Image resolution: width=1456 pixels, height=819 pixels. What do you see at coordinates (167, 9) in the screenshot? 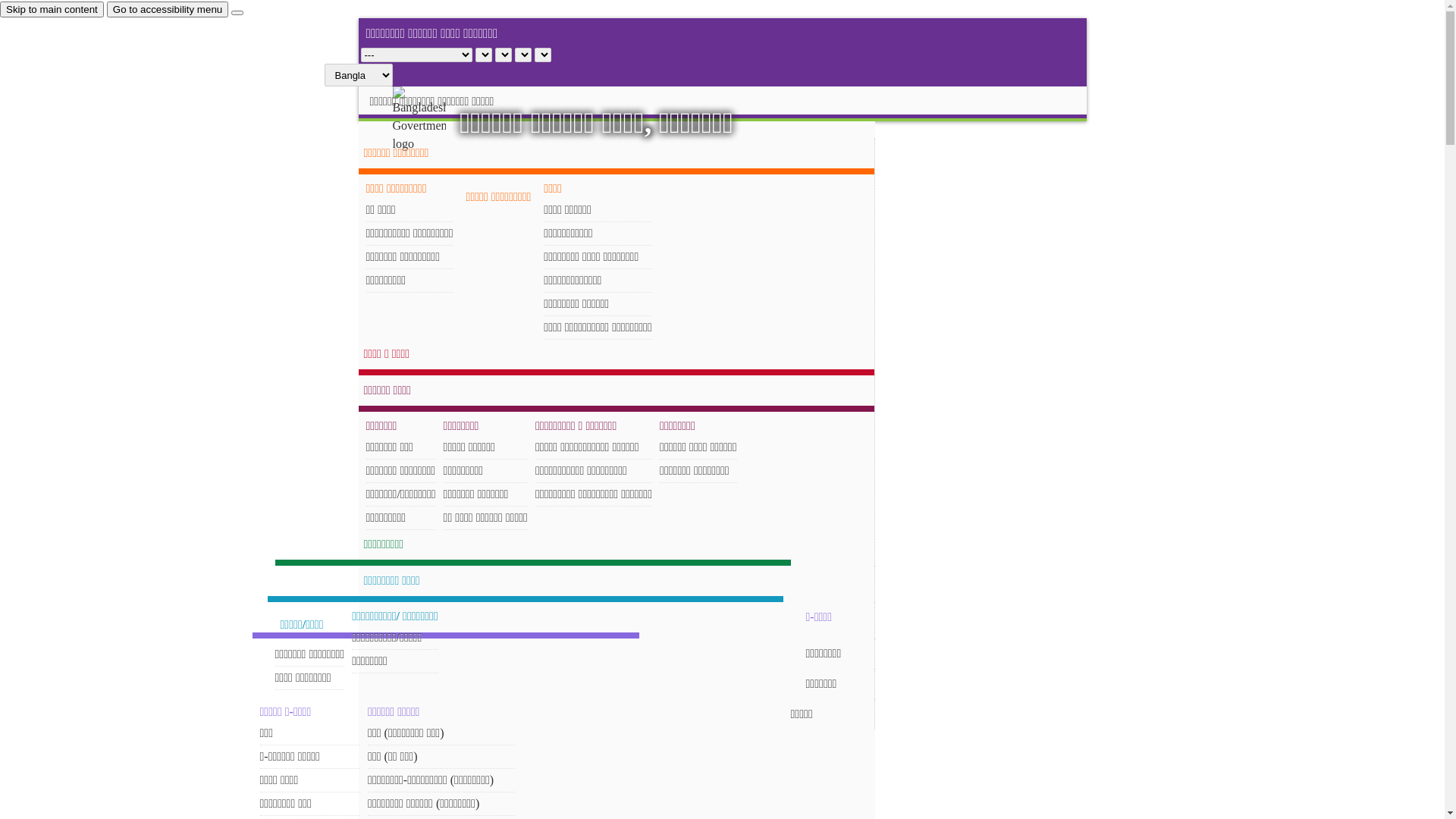
I see `'Go to accessibility menu'` at bounding box center [167, 9].